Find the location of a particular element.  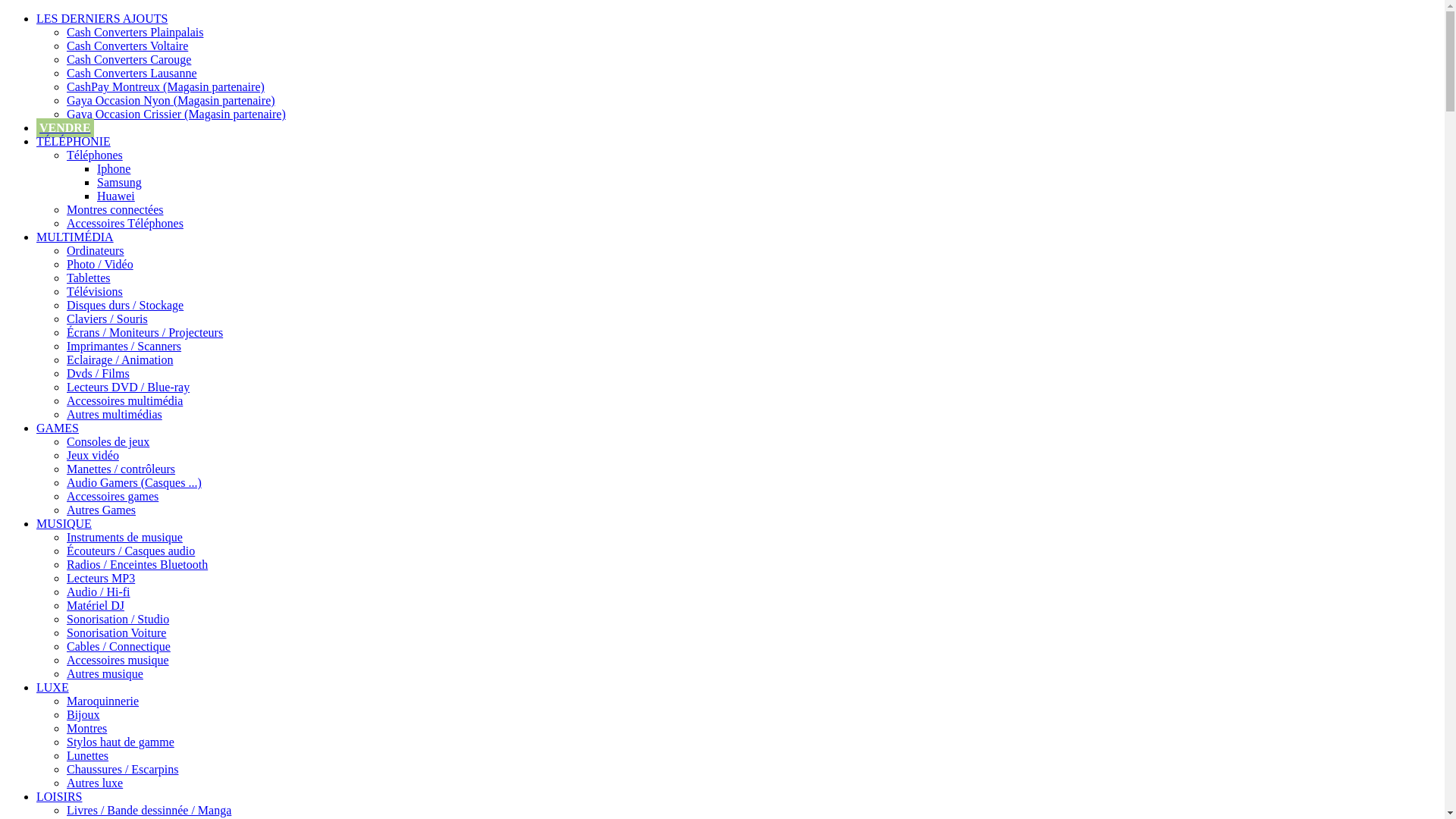

'Iphone' is located at coordinates (96, 168).